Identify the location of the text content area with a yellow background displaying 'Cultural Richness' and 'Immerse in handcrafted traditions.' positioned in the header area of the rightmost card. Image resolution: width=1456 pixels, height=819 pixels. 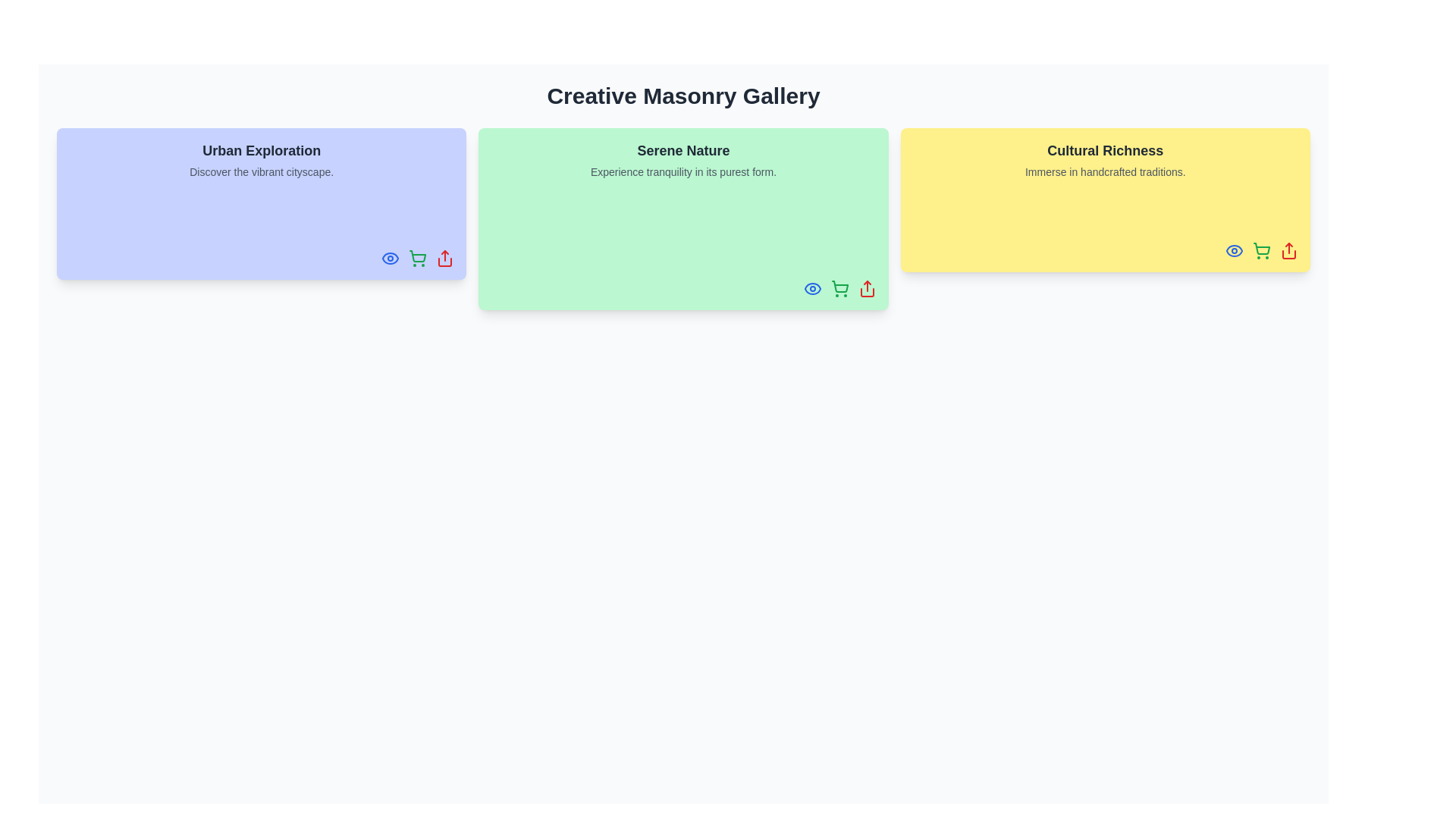
(1105, 160).